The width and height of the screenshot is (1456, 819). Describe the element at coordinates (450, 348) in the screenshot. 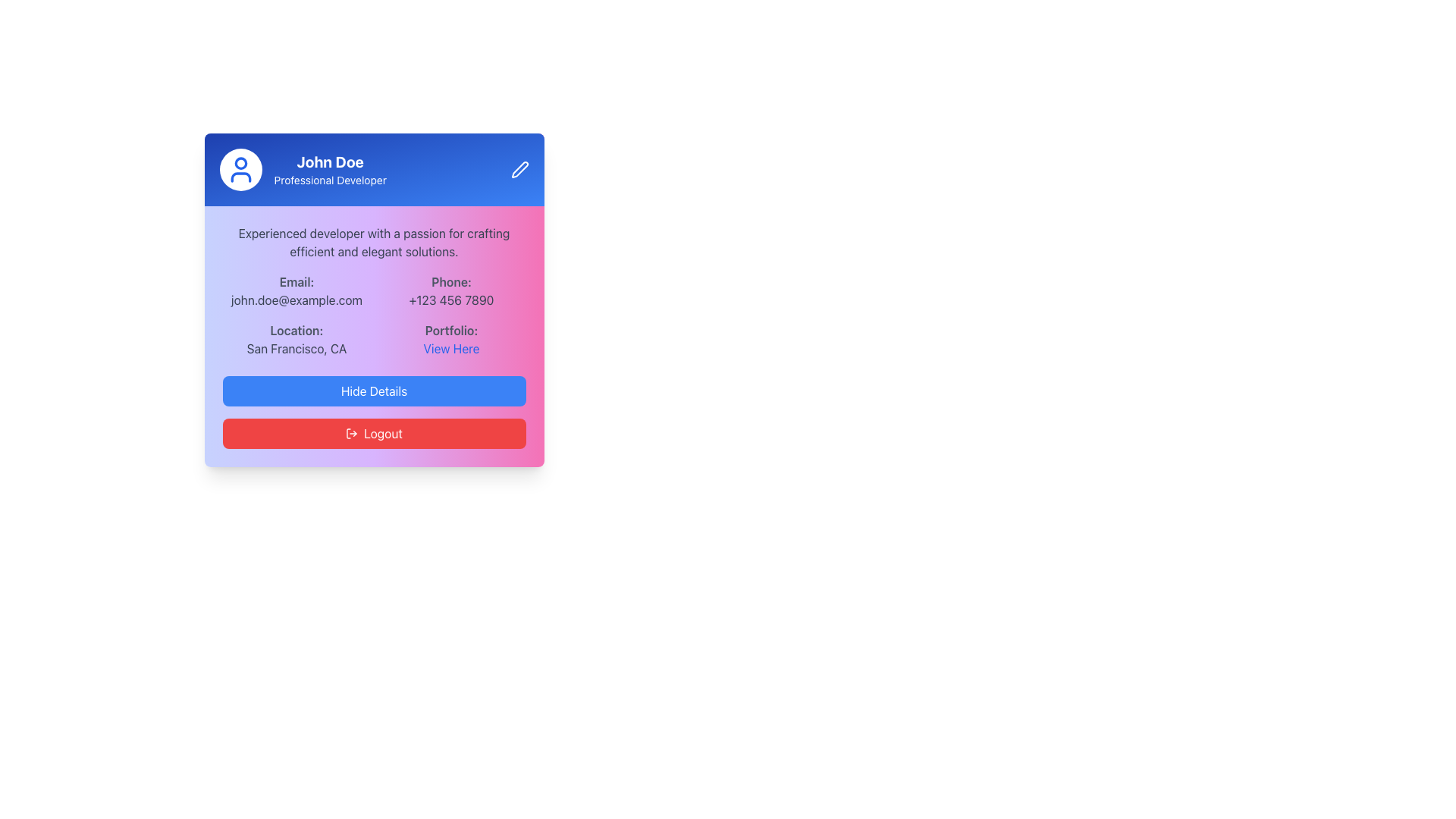

I see `the 'View Here' text link adjacent to the 'Portfolio:' label` at that location.